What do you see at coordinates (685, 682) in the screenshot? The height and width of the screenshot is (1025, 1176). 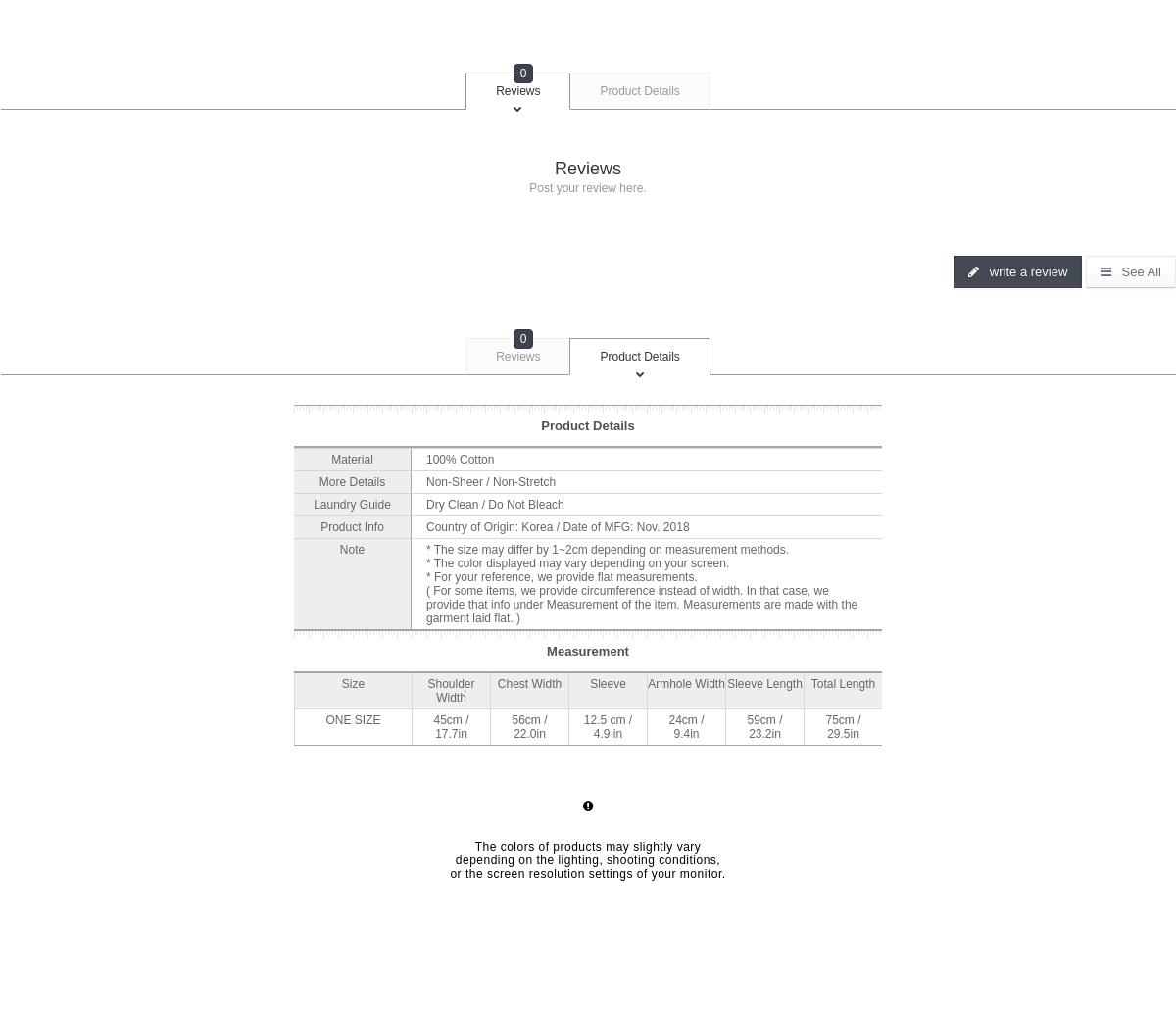 I see `'Armhole Width'` at bounding box center [685, 682].